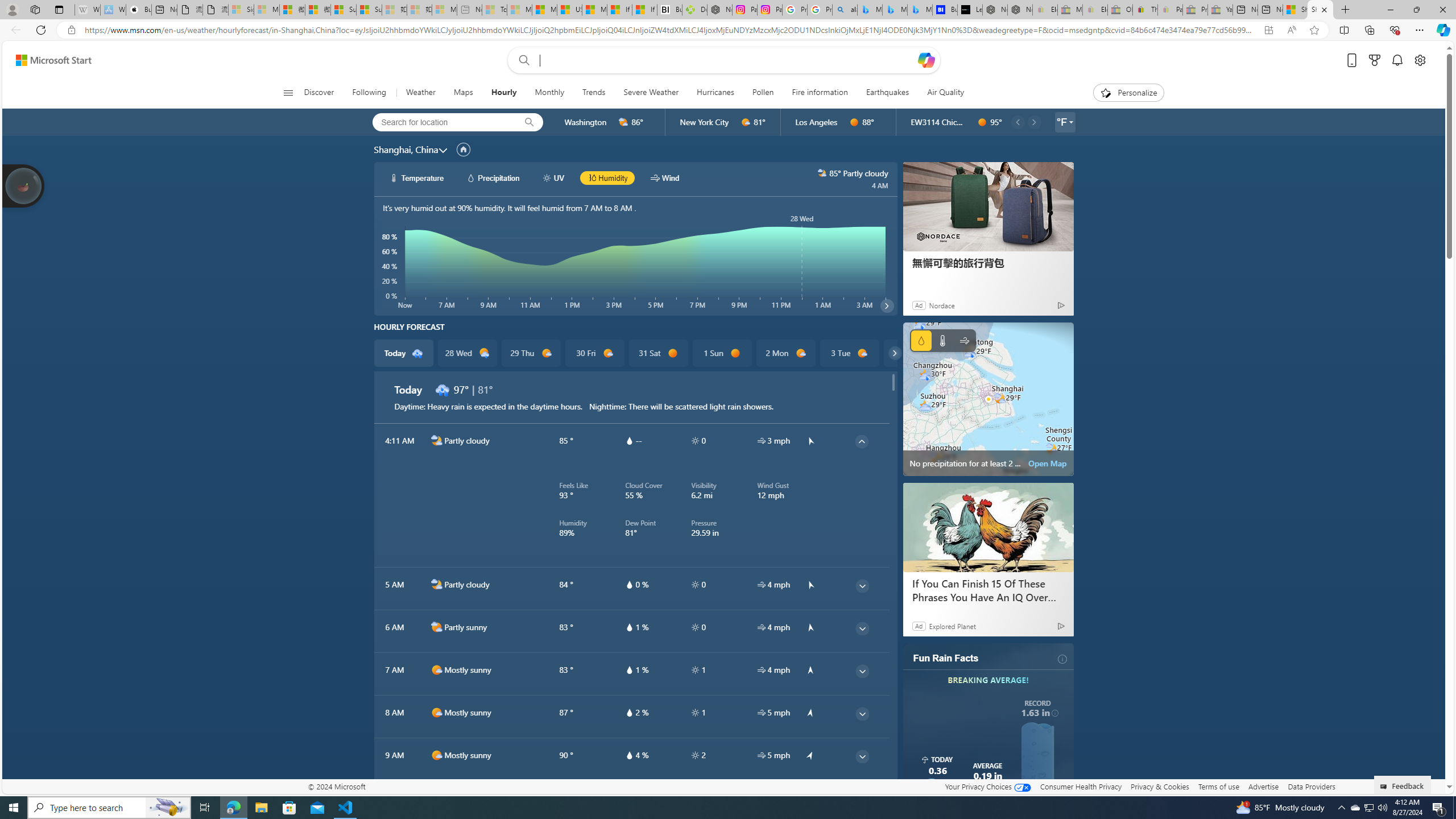 The image size is (1456, 819). I want to click on 'Microsoft Bing Travel - Shangri-La Hotel Bangkok', so click(920, 9).